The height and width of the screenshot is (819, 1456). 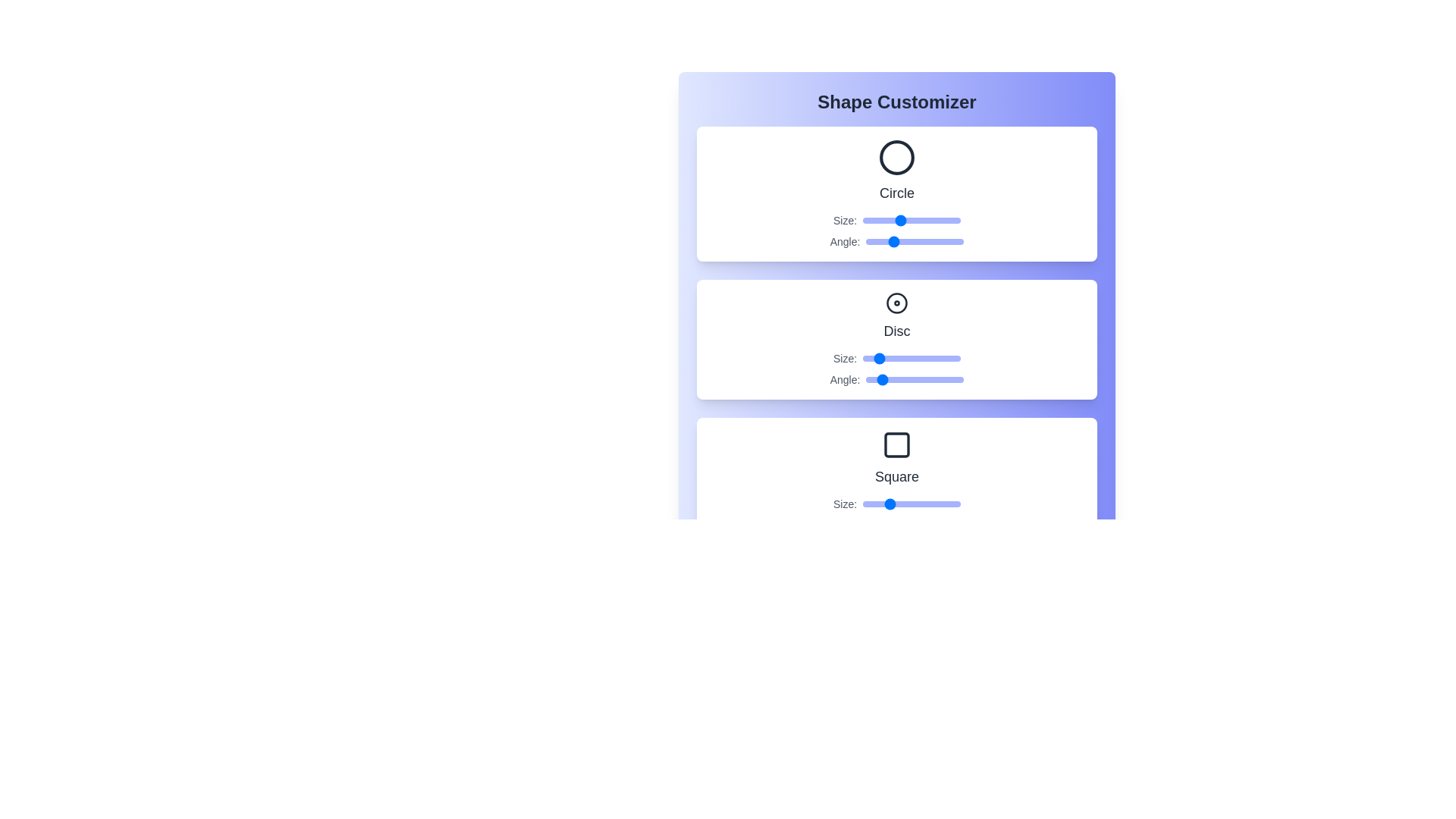 I want to click on the angle of the Disc shape to 255 degrees, so click(x=934, y=379).